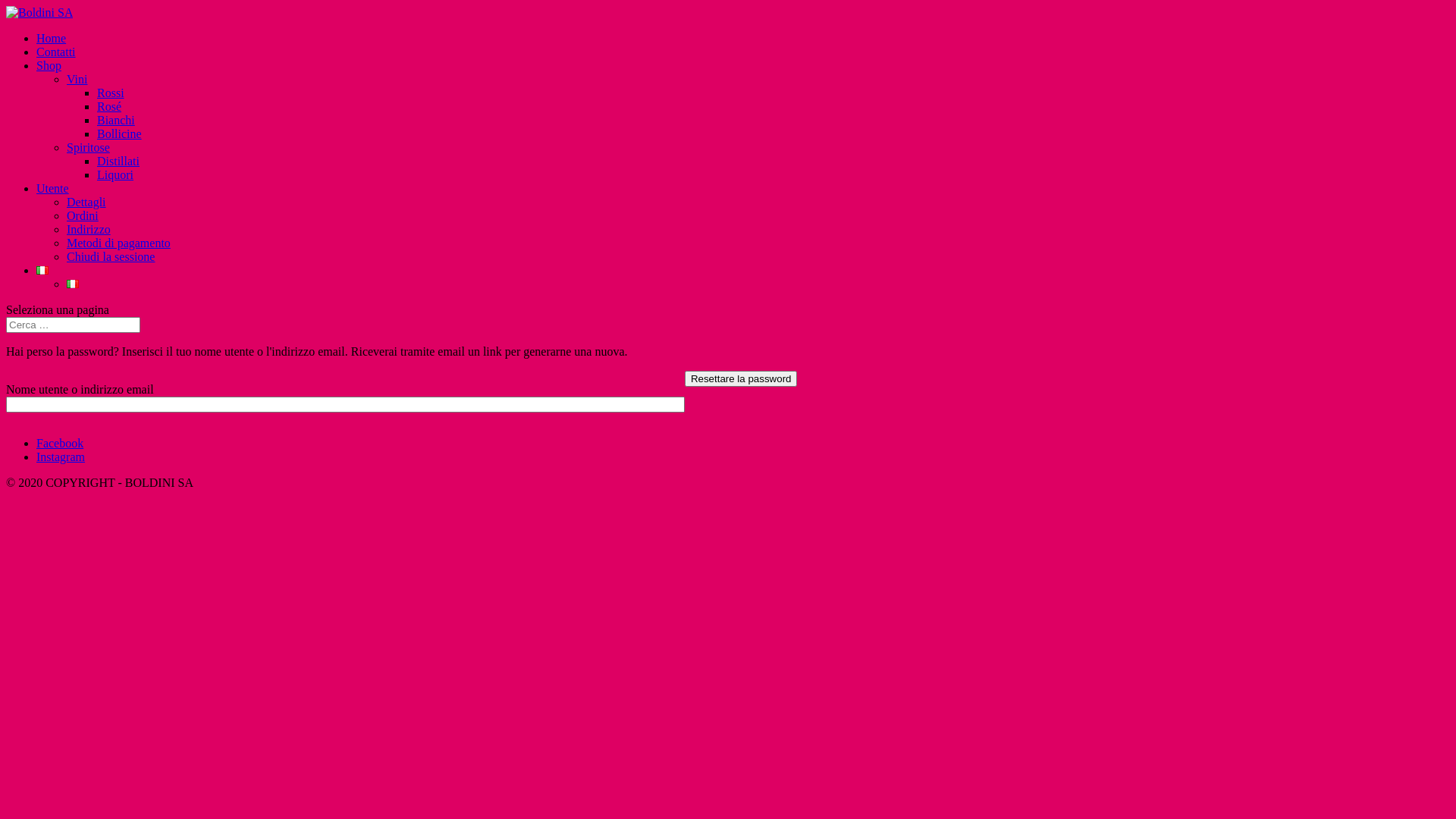 This screenshot has height=819, width=1456. Describe the element at coordinates (61, 456) in the screenshot. I see `'Instagram'` at that location.